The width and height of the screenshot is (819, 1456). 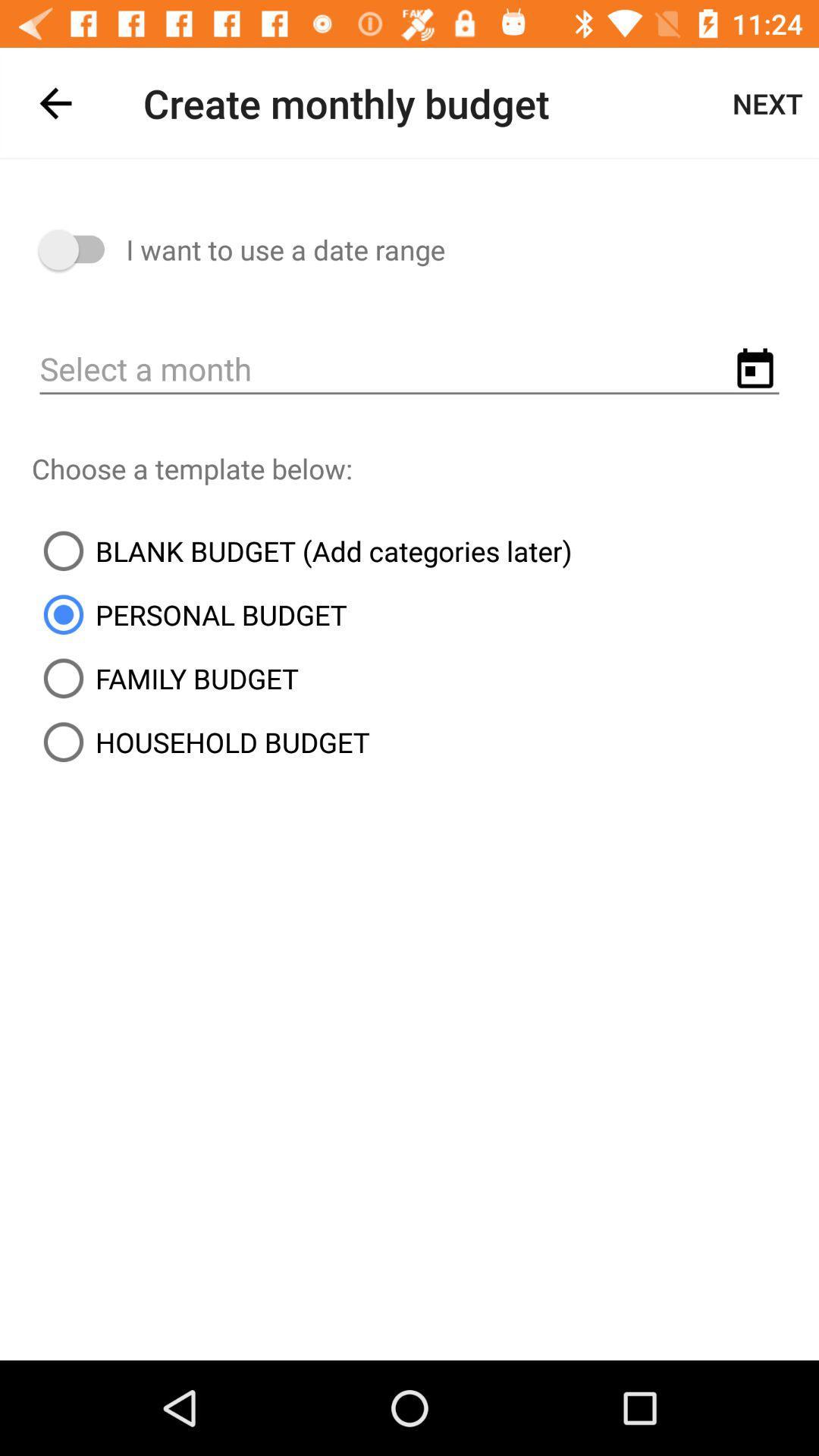 What do you see at coordinates (165, 677) in the screenshot?
I see `the item below the personal budget icon` at bounding box center [165, 677].